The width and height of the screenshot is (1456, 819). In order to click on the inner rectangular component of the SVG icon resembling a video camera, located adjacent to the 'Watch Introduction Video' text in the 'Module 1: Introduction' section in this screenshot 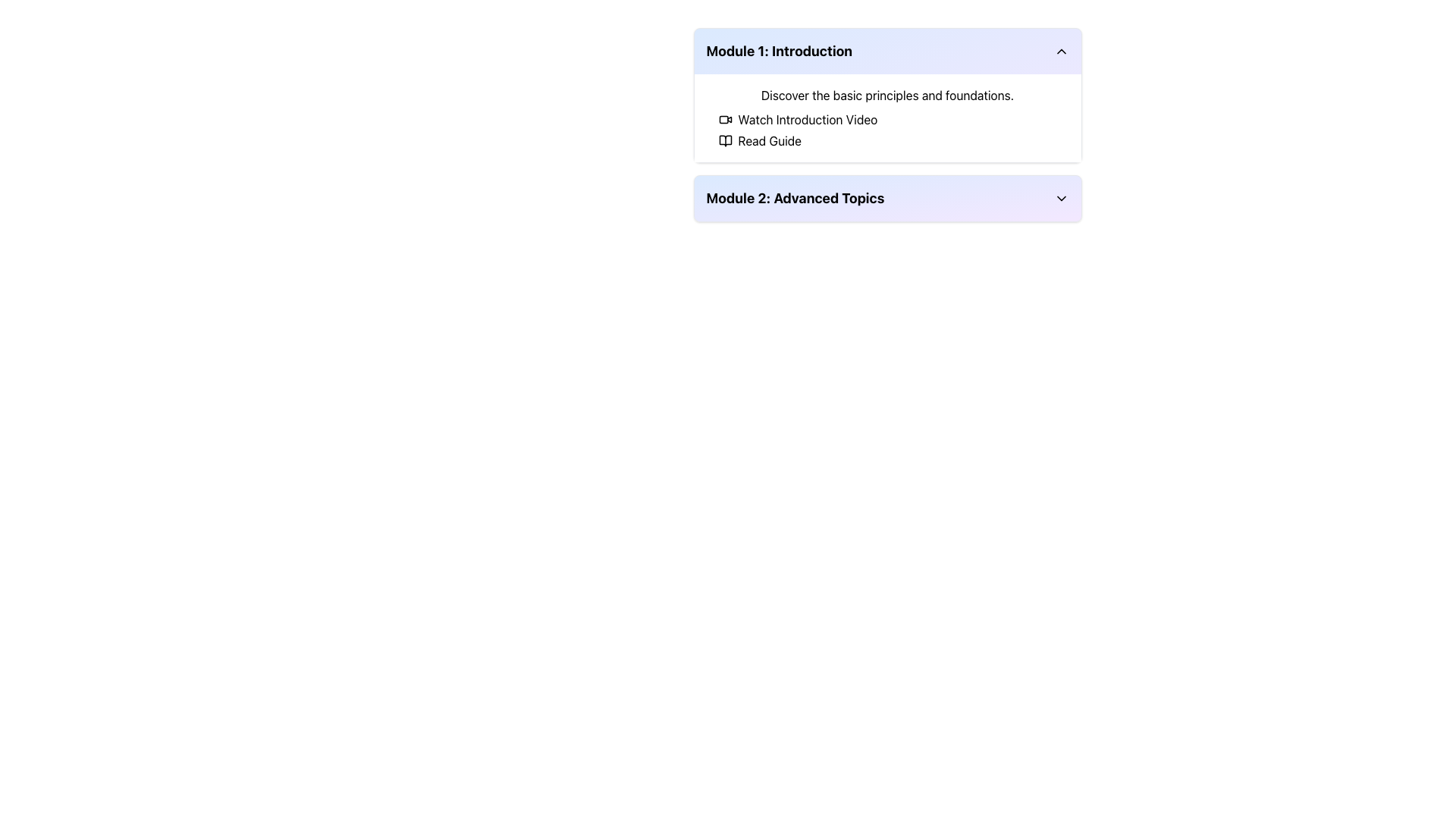, I will do `click(723, 119)`.